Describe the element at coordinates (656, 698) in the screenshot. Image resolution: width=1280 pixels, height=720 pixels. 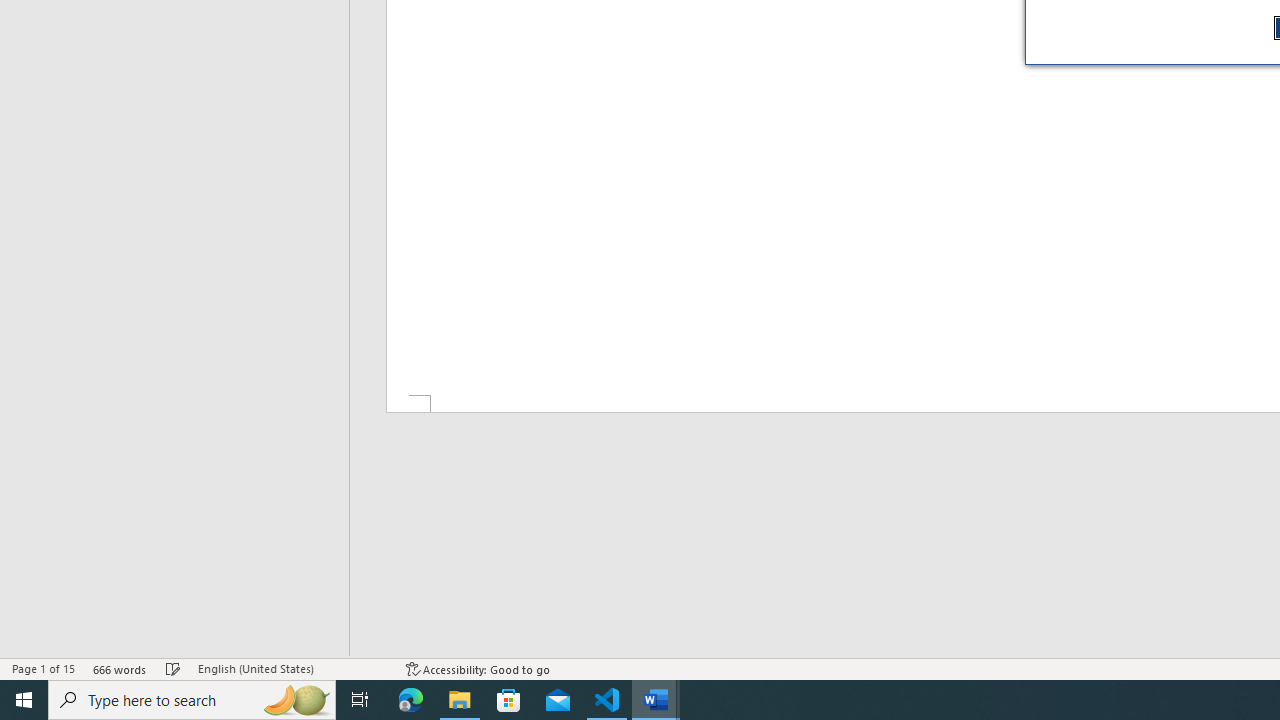
I see `'Word - 2 running windows'` at that location.